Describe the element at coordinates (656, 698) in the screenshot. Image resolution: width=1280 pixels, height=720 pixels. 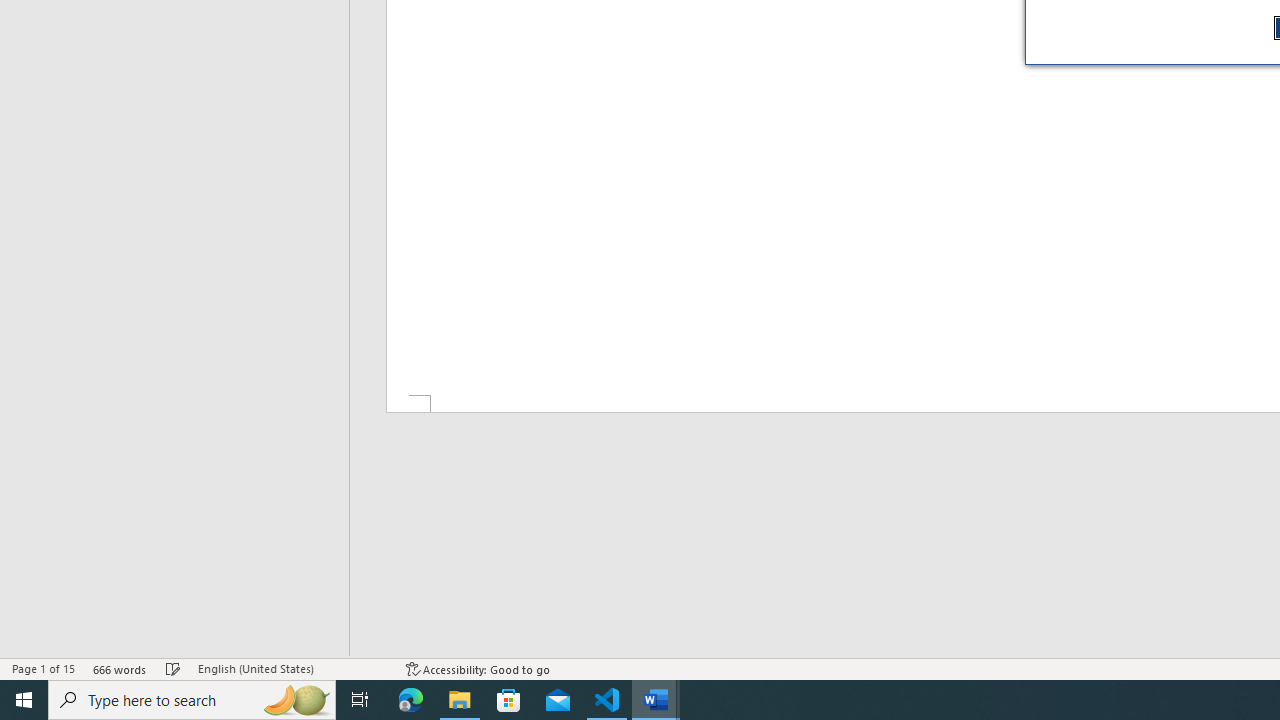
I see `'Word - 2 running windows'` at that location.